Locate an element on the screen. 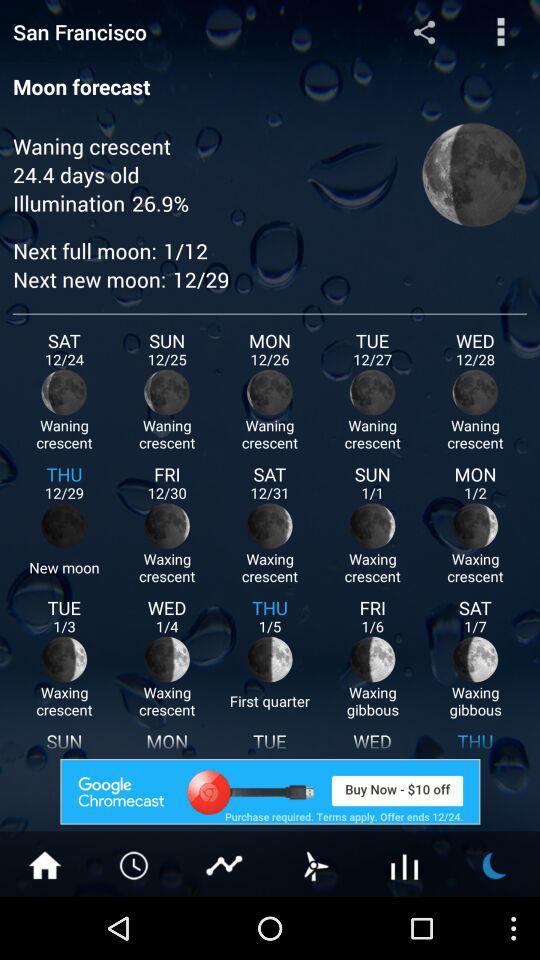 Image resolution: width=540 pixels, height=960 pixels. the menu icon is located at coordinates (405, 925).